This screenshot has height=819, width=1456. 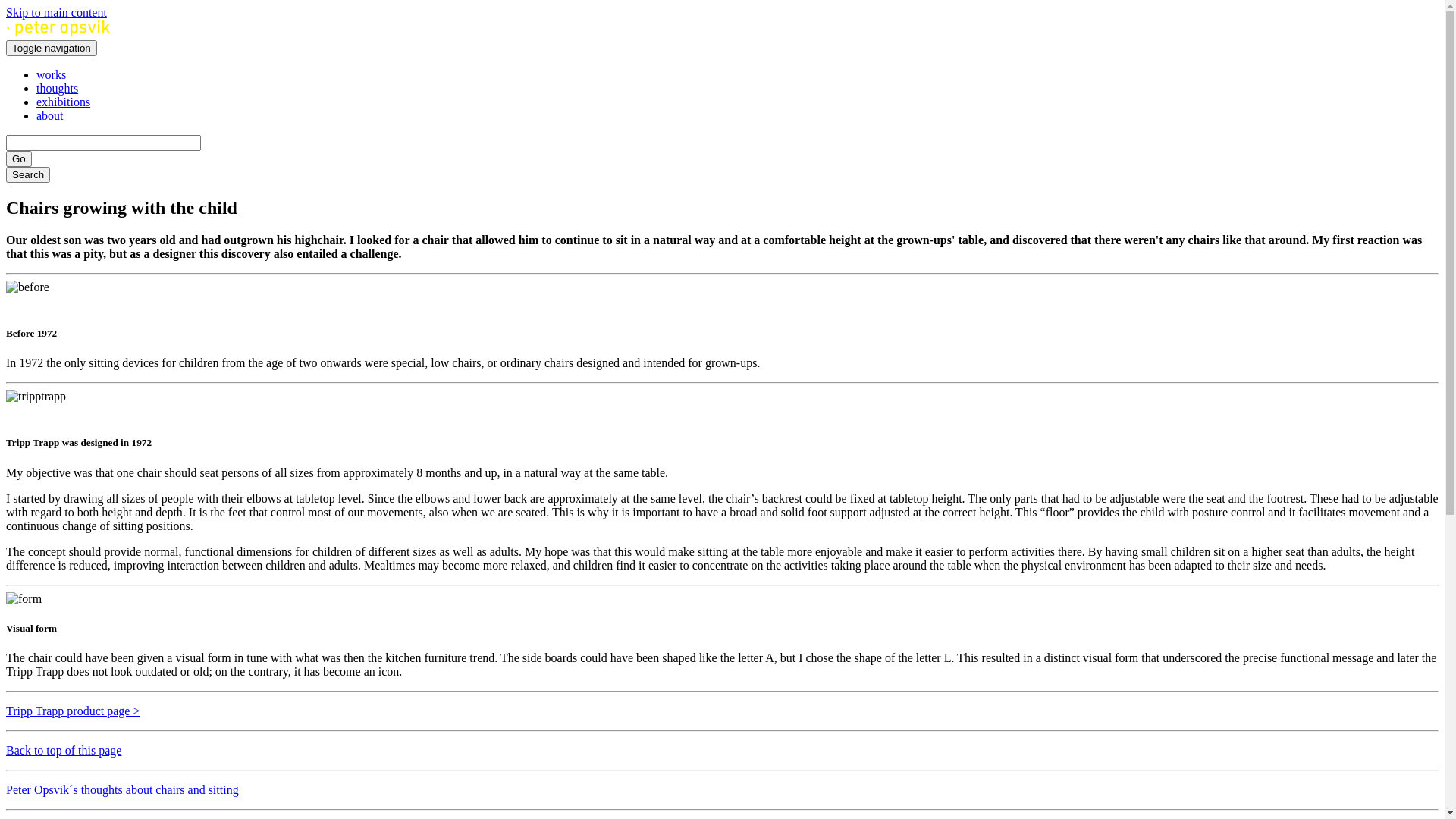 I want to click on 'Toggle navigation', so click(x=51, y=47).